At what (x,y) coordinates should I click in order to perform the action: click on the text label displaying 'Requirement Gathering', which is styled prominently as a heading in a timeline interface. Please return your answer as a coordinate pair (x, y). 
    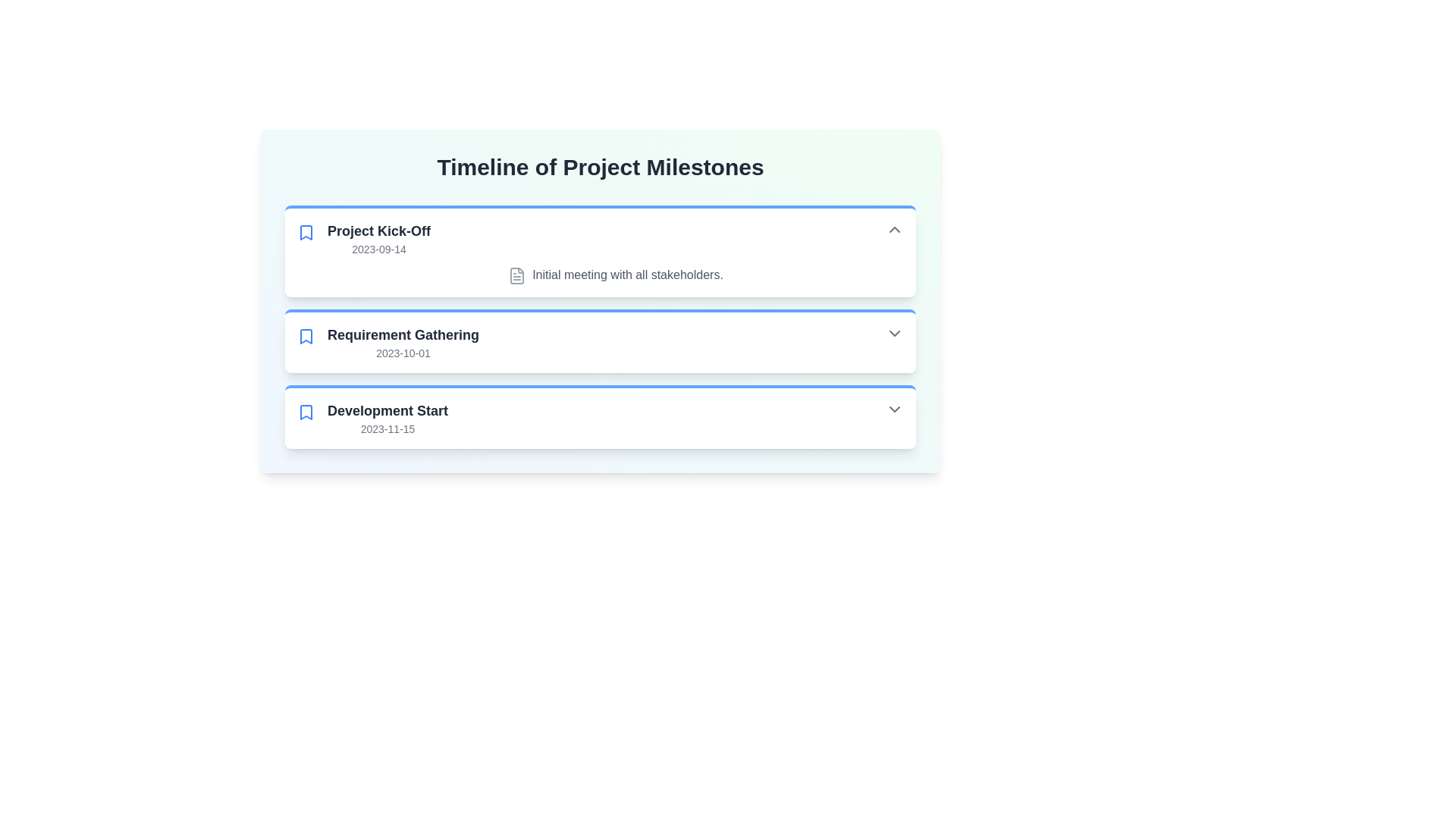
    Looking at the image, I should click on (403, 334).